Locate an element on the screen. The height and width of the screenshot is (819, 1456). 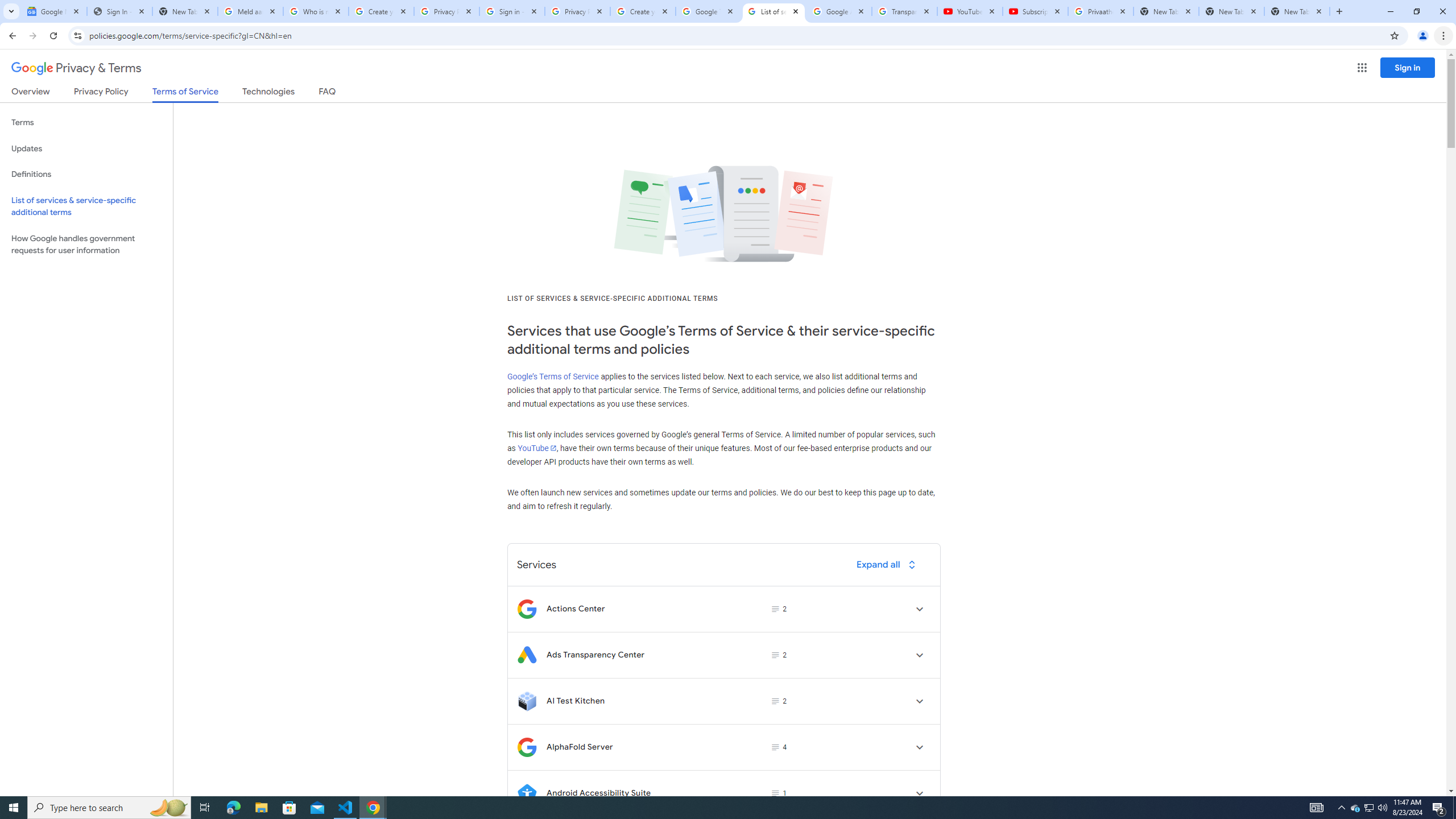
'Create your Google Account' is located at coordinates (643, 11).